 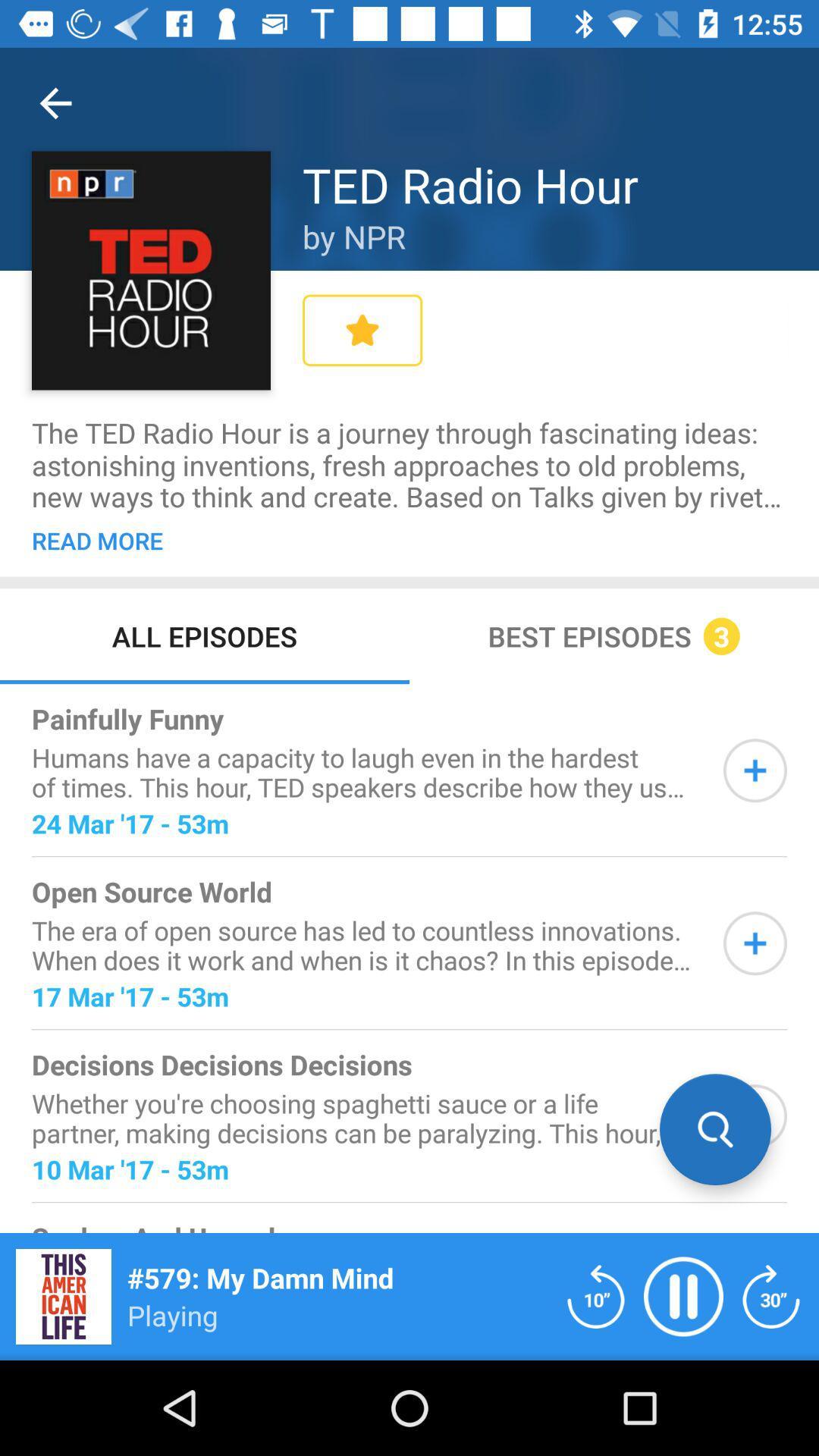 I want to click on the av_rewind icon, so click(x=595, y=1295).